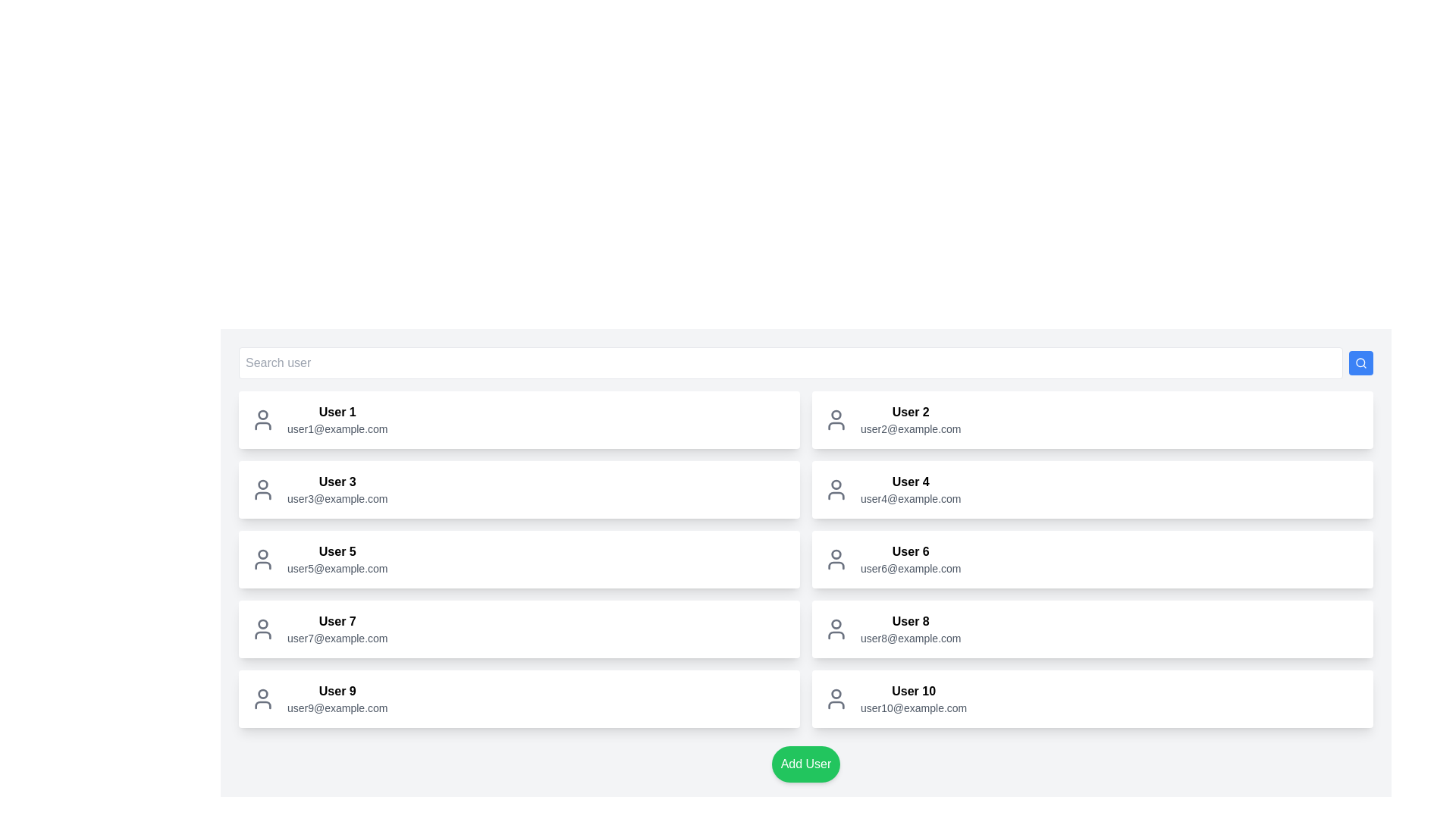  What do you see at coordinates (337, 622) in the screenshot?
I see `the text element displaying 'User 7' which is in bold font style and is the upper text in the fifth position of a list` at bounding box center [337, 622].